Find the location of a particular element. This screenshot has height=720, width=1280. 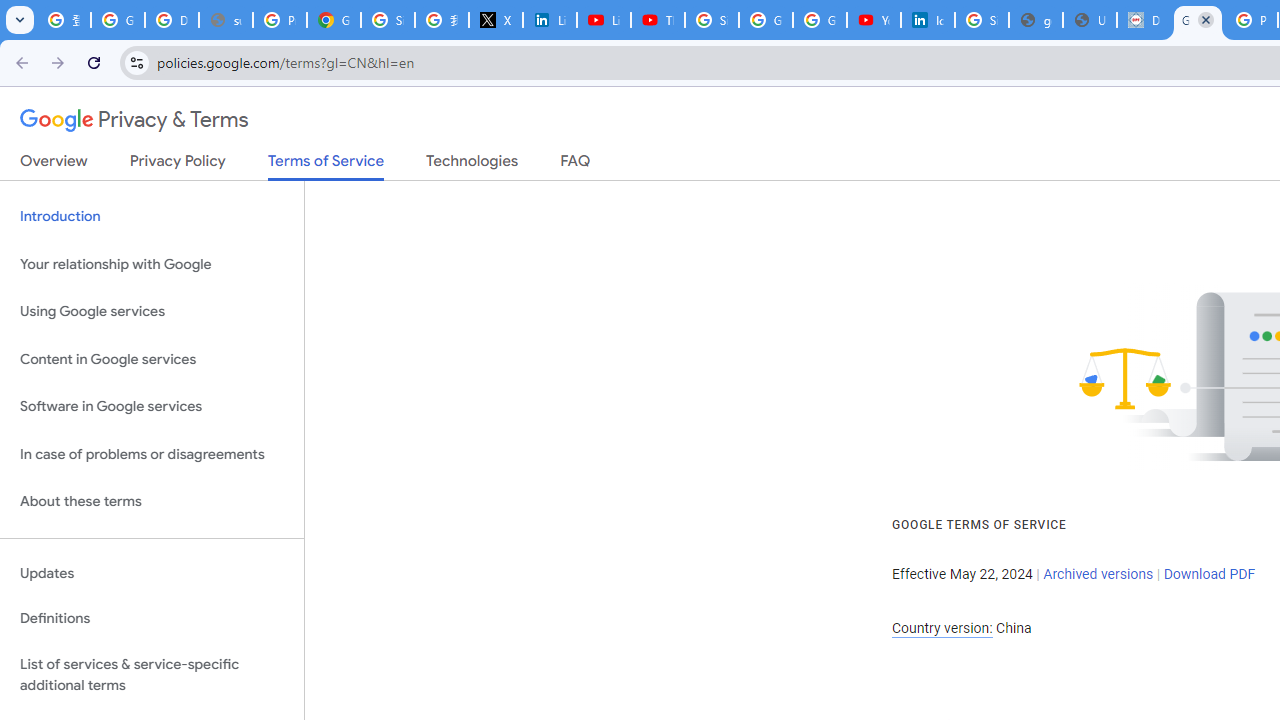

'Download PDF' is located at coordinates (1208, 574).